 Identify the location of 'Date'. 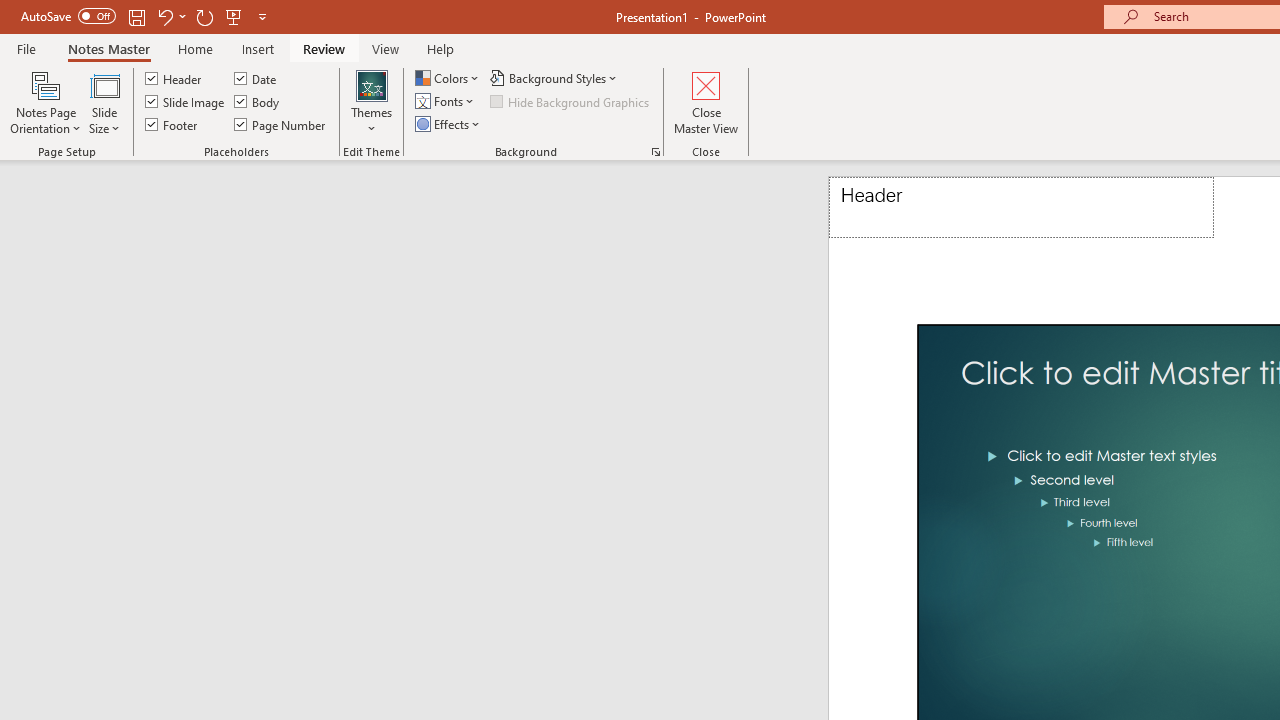
(255, 77).